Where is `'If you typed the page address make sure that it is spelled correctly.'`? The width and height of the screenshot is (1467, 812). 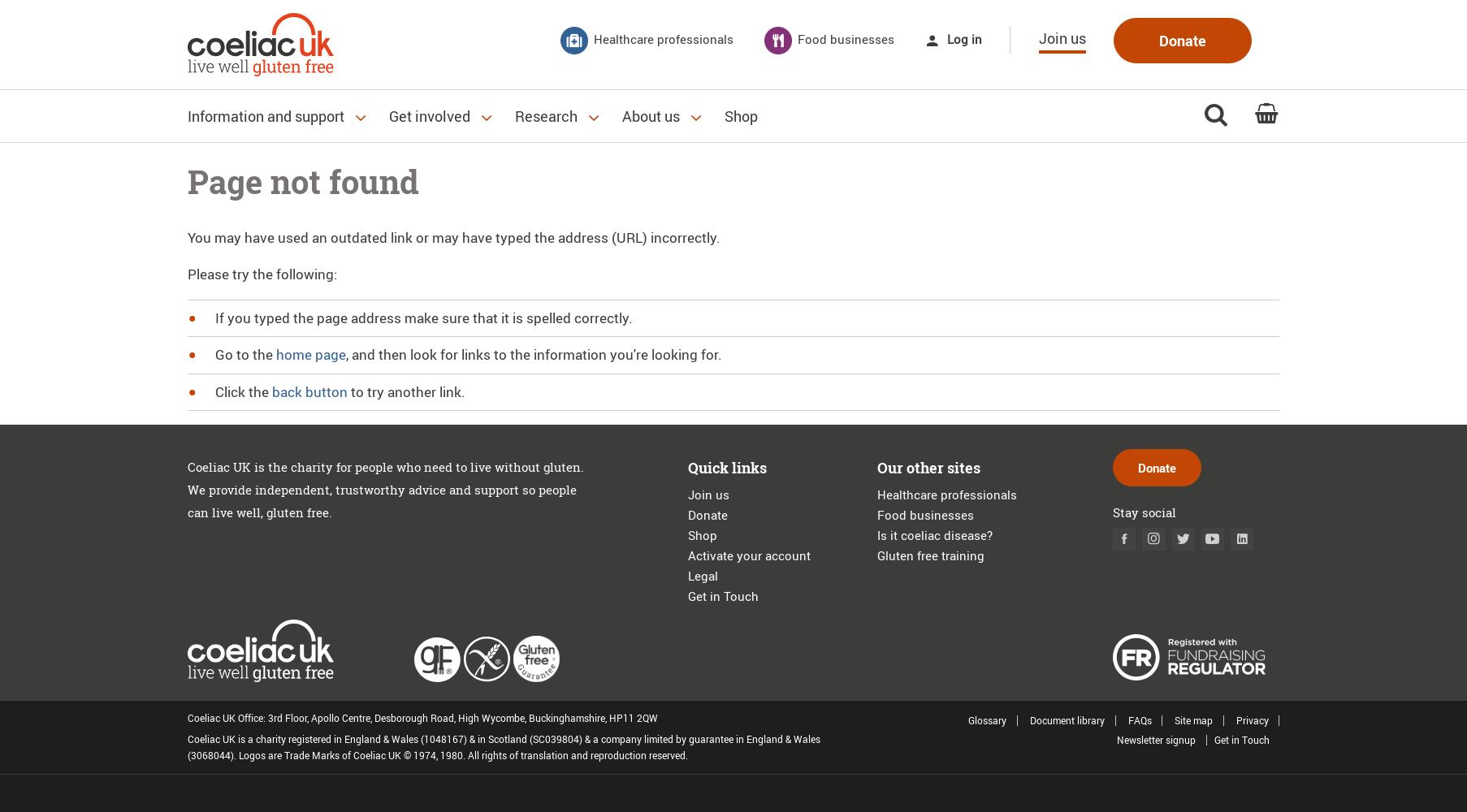 'If you typed the page address make sure that it is spelled correctly.' is located at coordinates (422, 317).